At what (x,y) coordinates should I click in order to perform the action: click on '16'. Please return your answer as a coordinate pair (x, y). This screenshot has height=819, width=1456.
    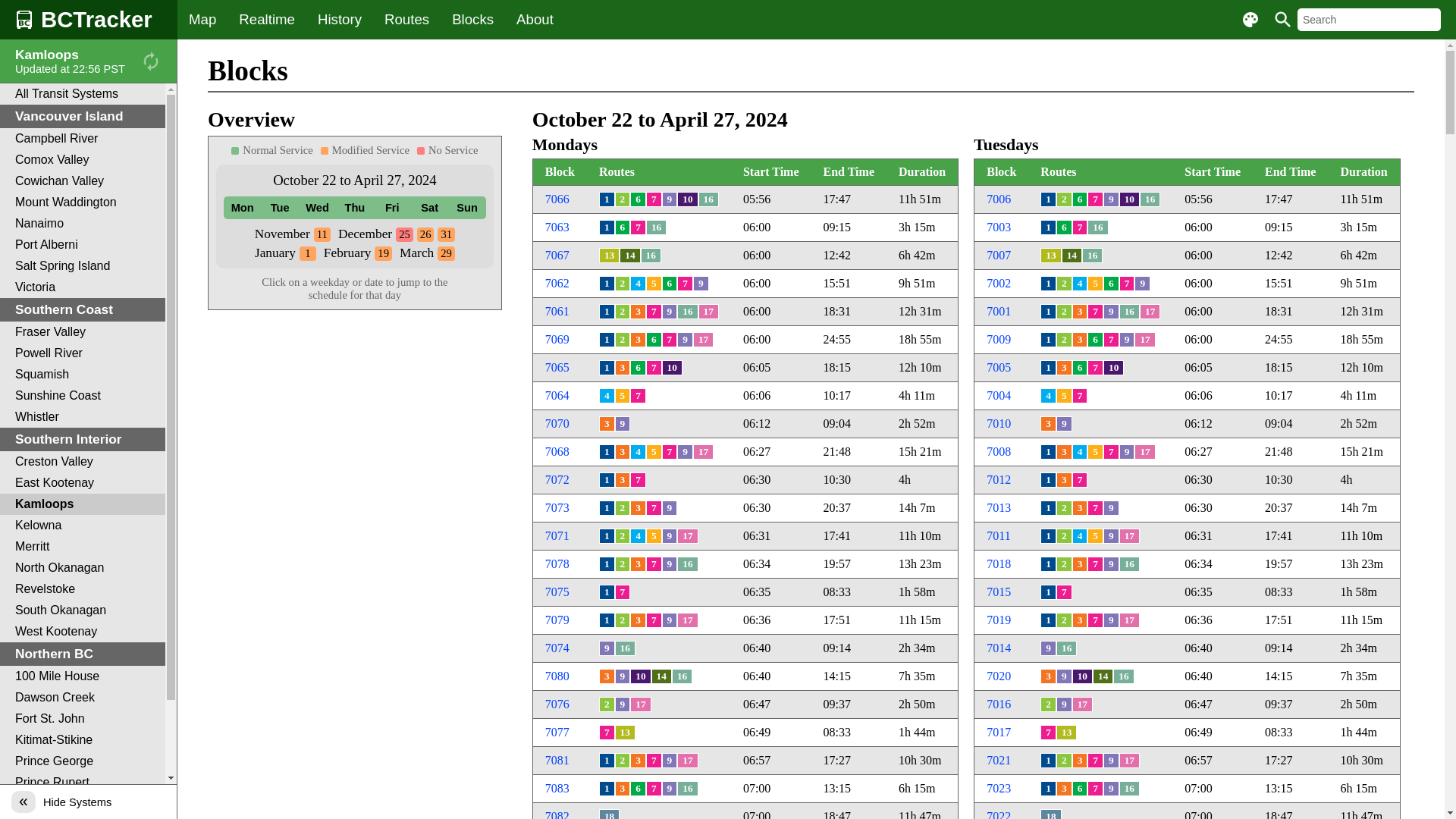
    Looking at the image, I should click on (681, 675).